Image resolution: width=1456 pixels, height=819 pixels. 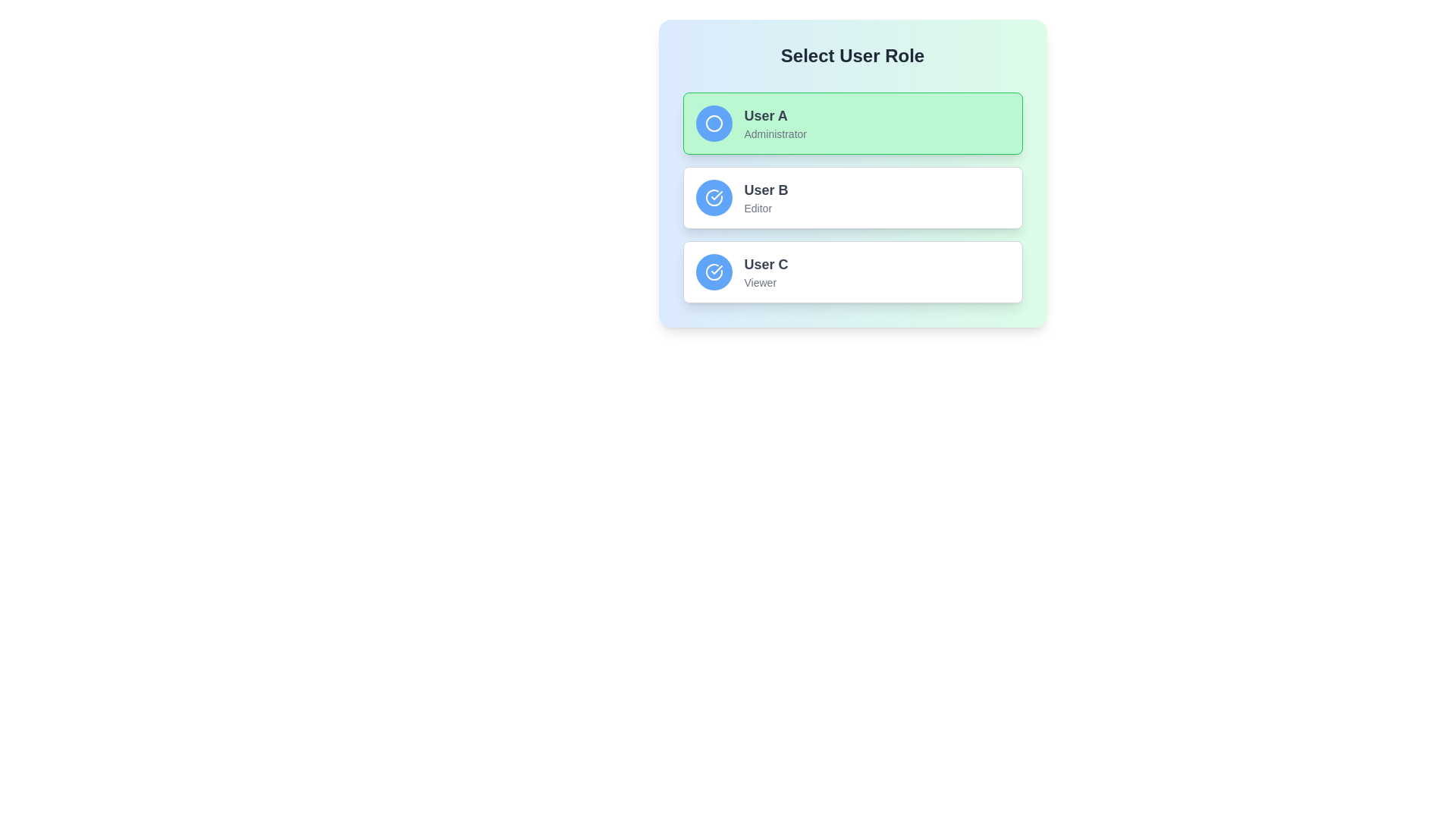 What do you see at coordinates (775, 133) in the screenshot?
I see `the informational text label indicating that 'User A' is assigned the role of 'Administrator'` at bounding box center [775, 133].